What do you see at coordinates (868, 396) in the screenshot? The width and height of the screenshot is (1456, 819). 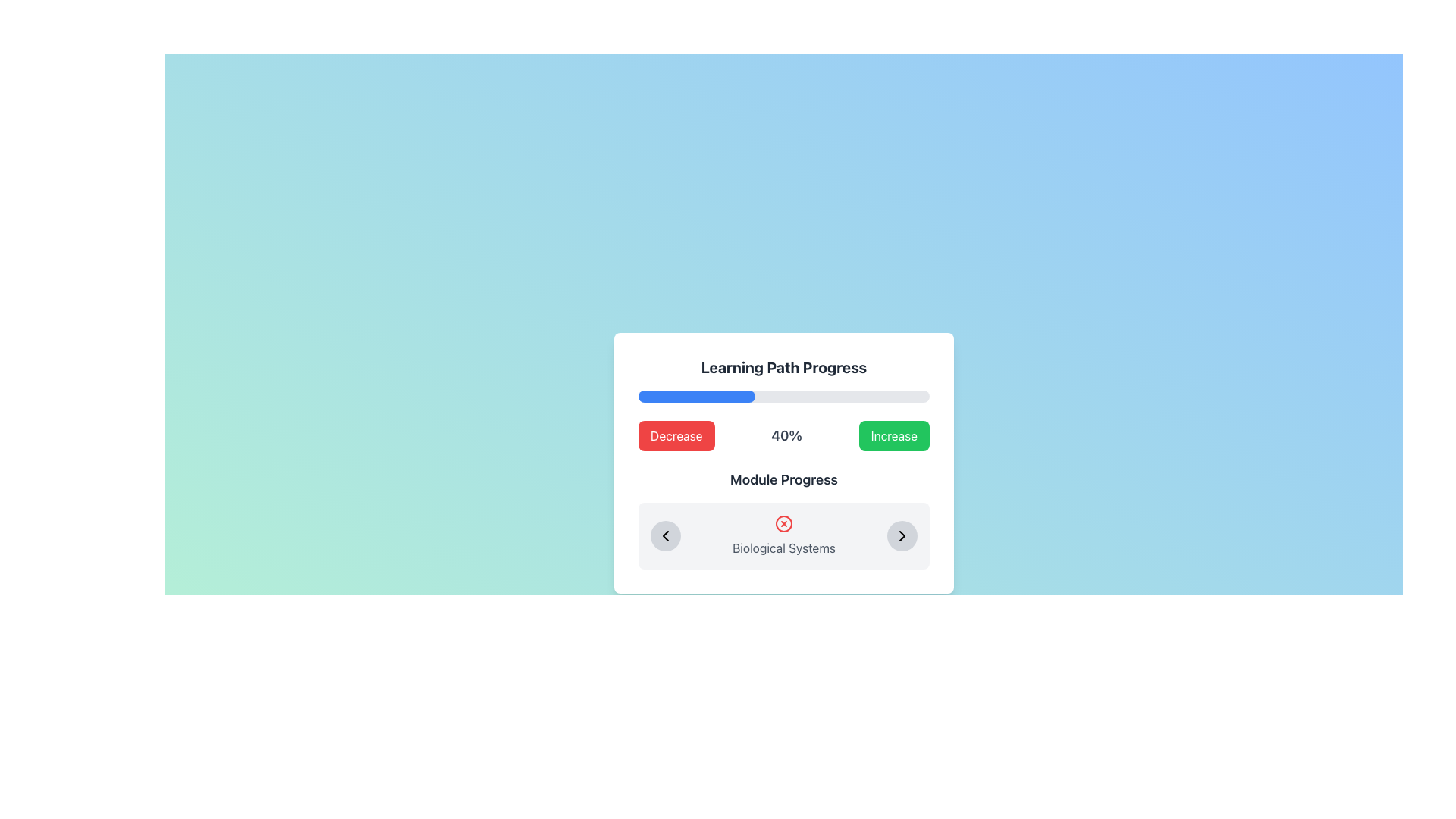 I see `progress` at bounding box center [868, 396].